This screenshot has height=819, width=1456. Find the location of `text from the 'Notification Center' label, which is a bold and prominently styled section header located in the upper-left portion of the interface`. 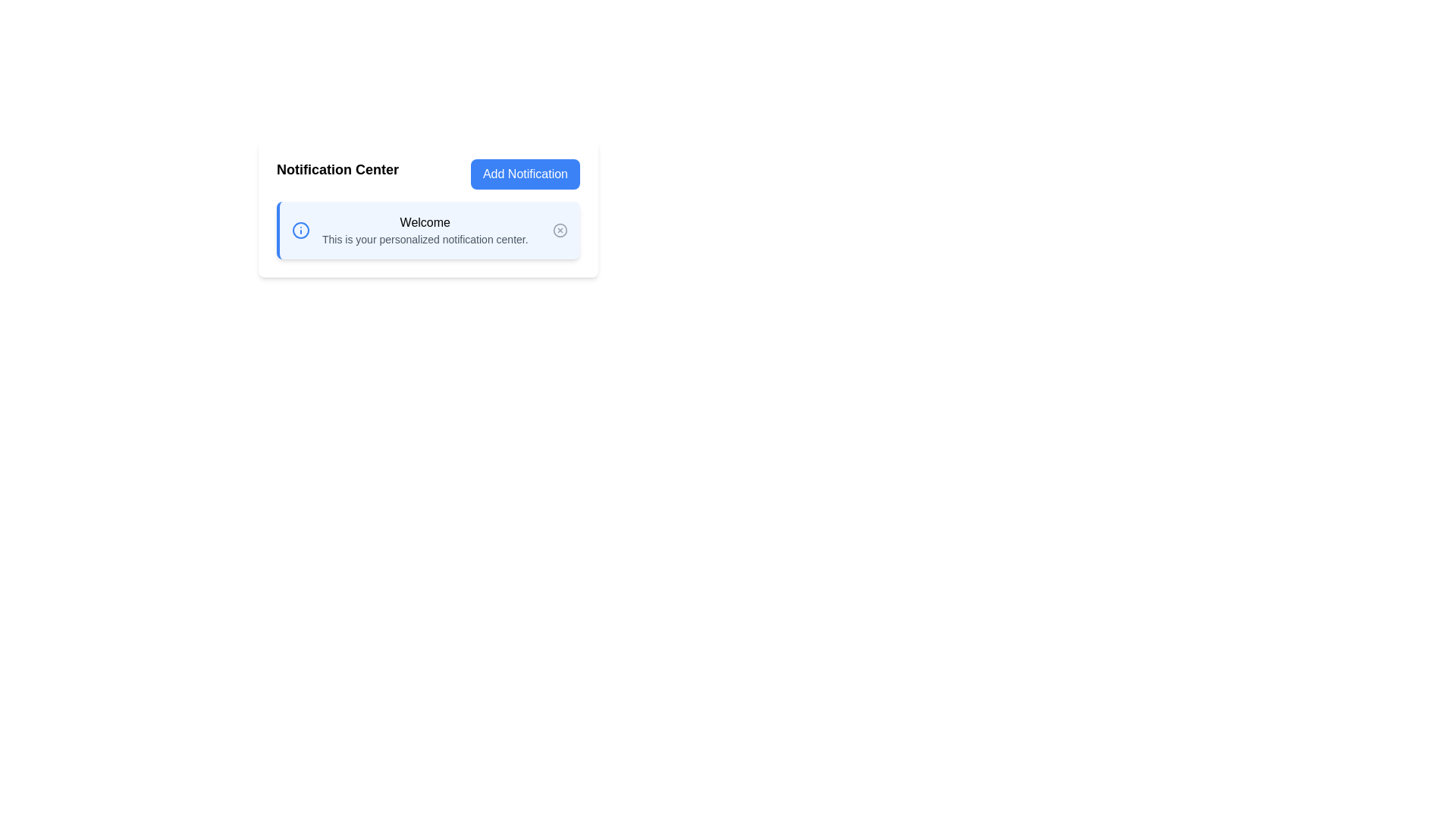

text from the 'Notification Center' label, which is a bold and prominently styled section header located in the upper-left portion of the interface is located at coordinates (337, 174).